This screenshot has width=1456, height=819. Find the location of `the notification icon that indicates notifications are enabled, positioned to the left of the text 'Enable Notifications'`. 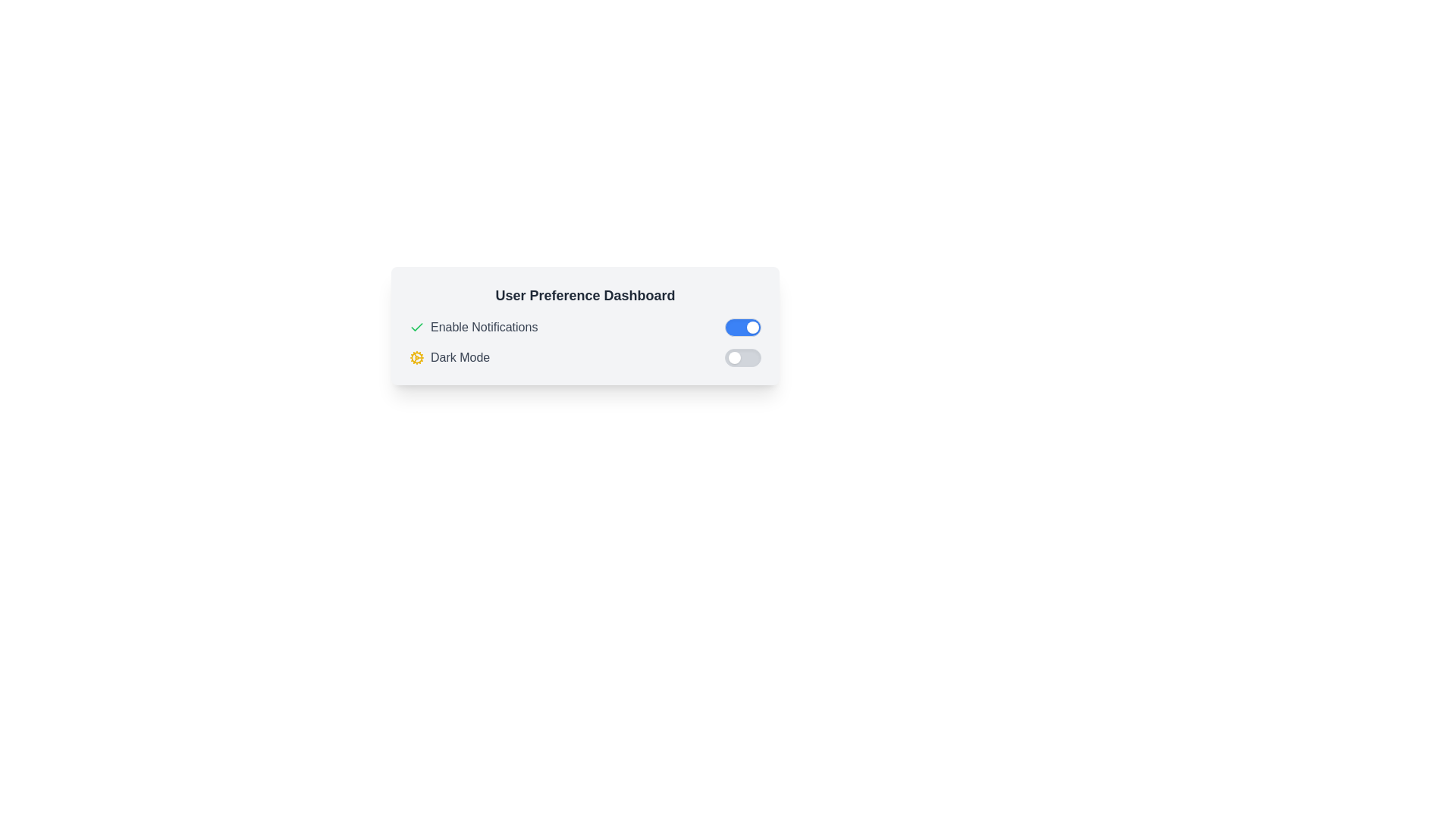

the notification icon that indicates notifications are enabled, positioned to the left of the text 'Enable Notifications' is located at coordinates (417, 327).